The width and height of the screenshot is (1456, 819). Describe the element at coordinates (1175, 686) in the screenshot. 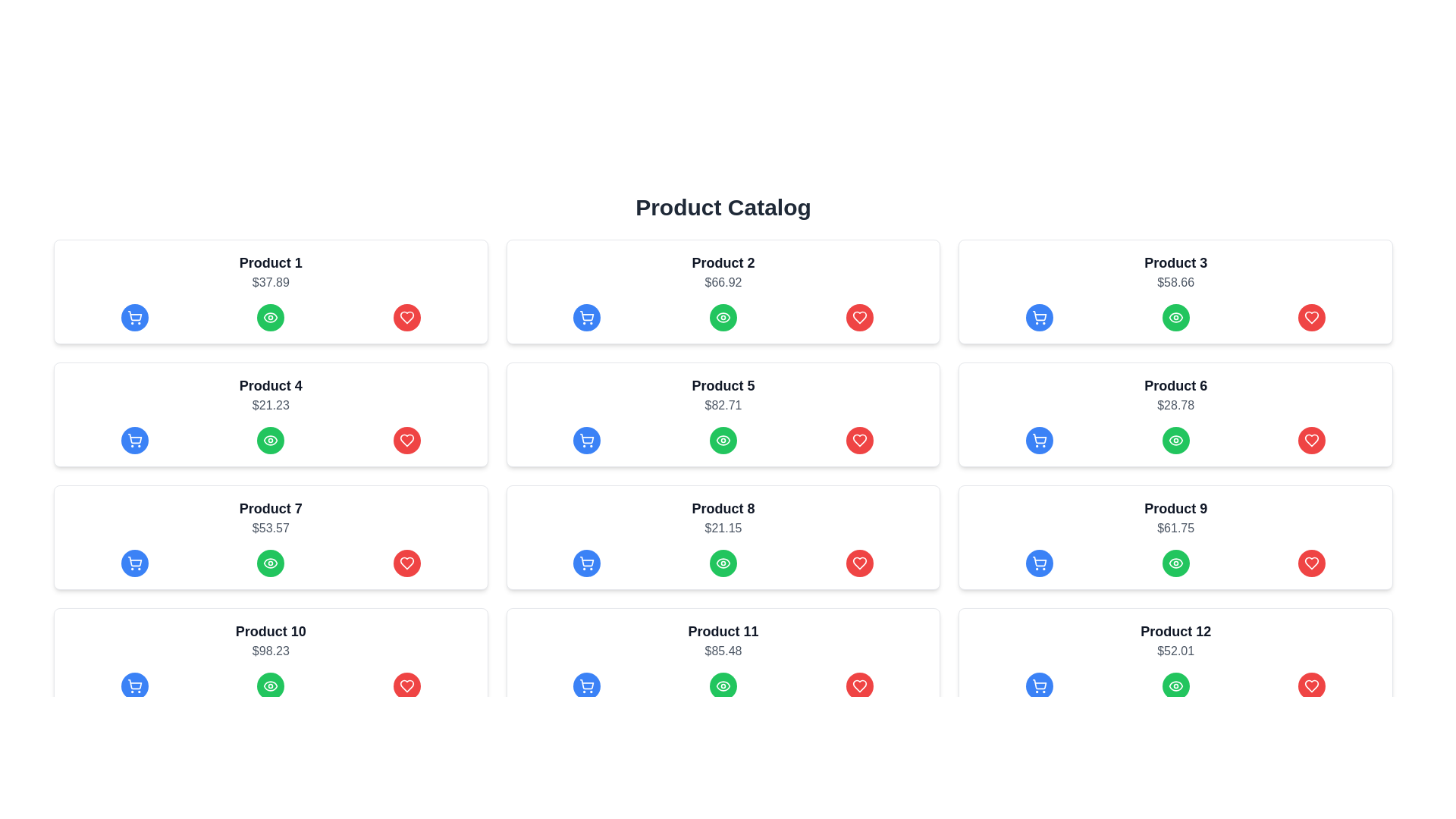

I see `the green circular eye icon located in the action buttons section of the card for 'Product 12' in the fourth column of the product catalog` at that location.